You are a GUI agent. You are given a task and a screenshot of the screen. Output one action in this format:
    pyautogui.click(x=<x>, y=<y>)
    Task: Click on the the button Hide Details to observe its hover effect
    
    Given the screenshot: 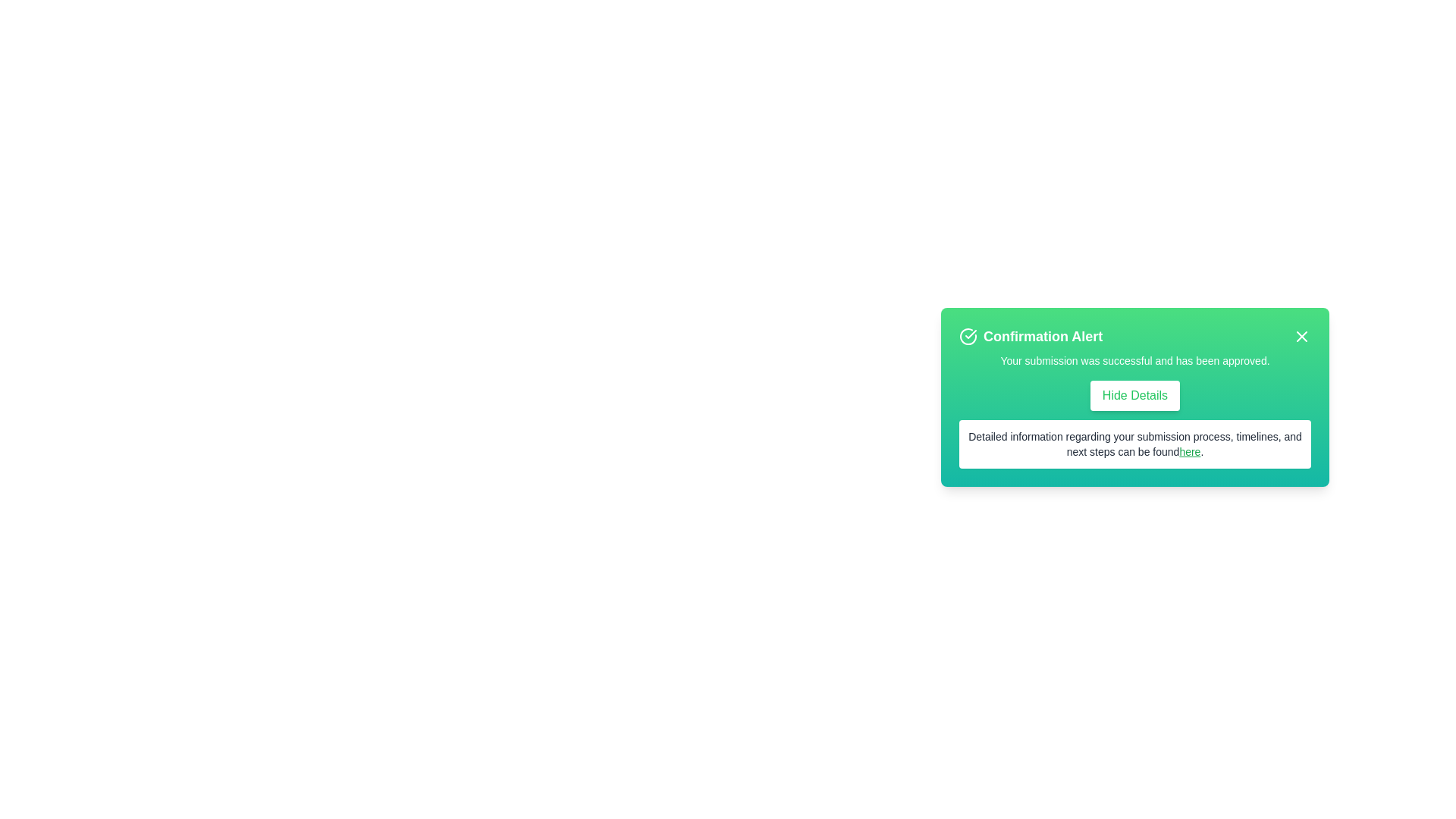 What is the action you would take?
    pyautogui.click(x=1135, y=394)
    